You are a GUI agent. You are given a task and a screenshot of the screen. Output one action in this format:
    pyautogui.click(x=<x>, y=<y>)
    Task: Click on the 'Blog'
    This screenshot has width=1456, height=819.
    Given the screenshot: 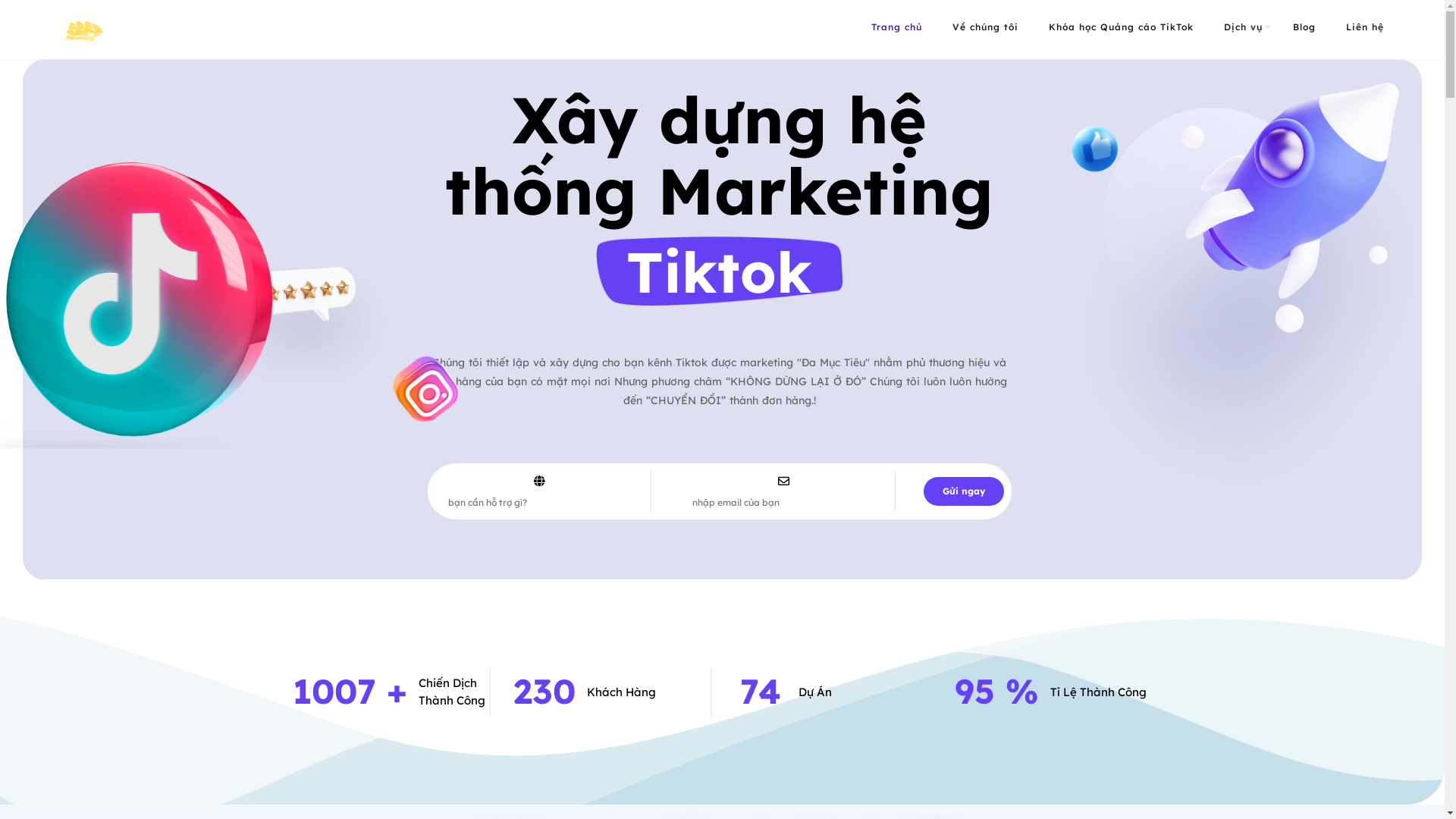 What is the action you would take?
    pyautogui.click(x=1303, y=27)
    